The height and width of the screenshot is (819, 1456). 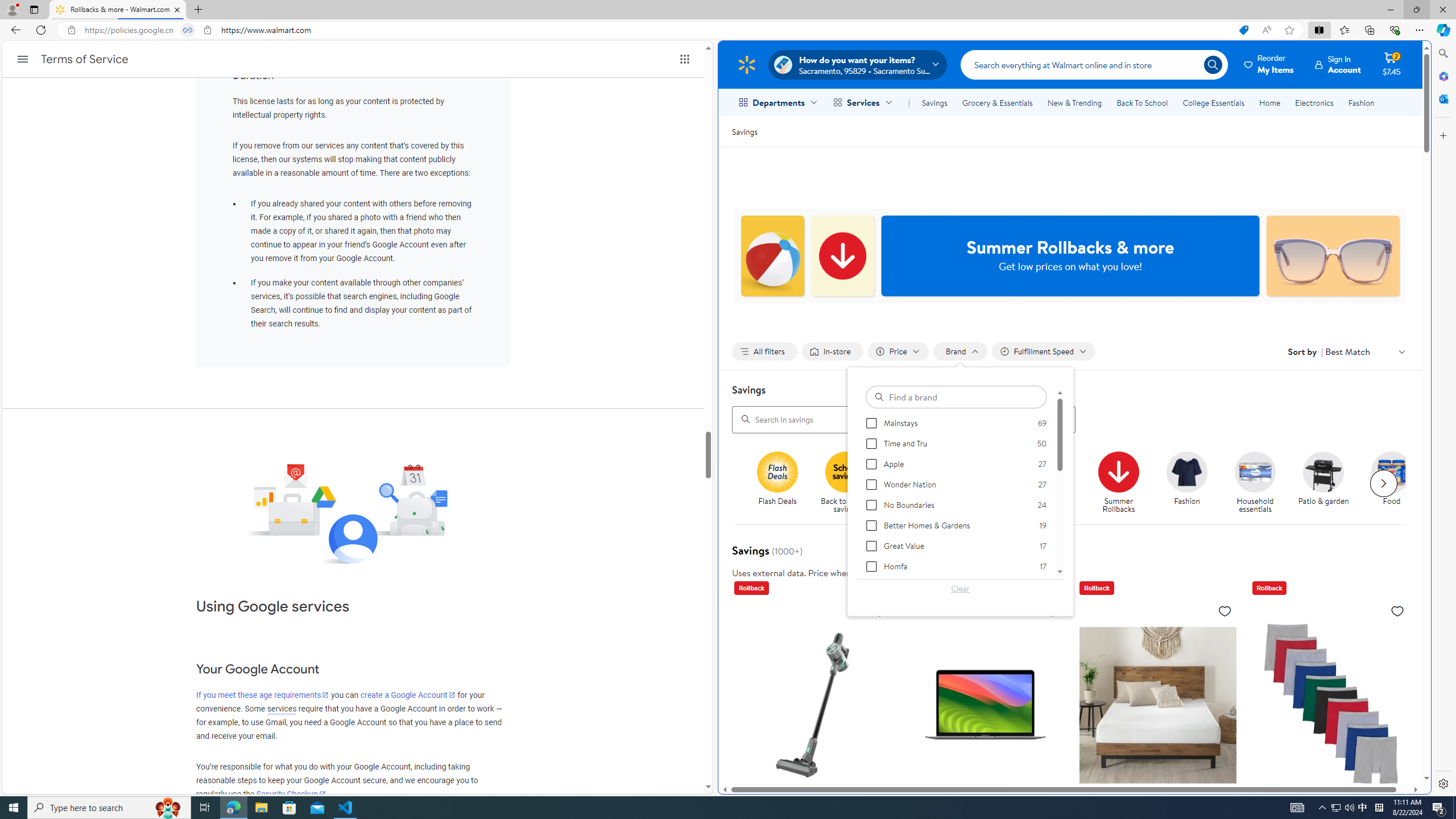 I want to click on 'Sort by Best Match', so click(x=1366, y=350).